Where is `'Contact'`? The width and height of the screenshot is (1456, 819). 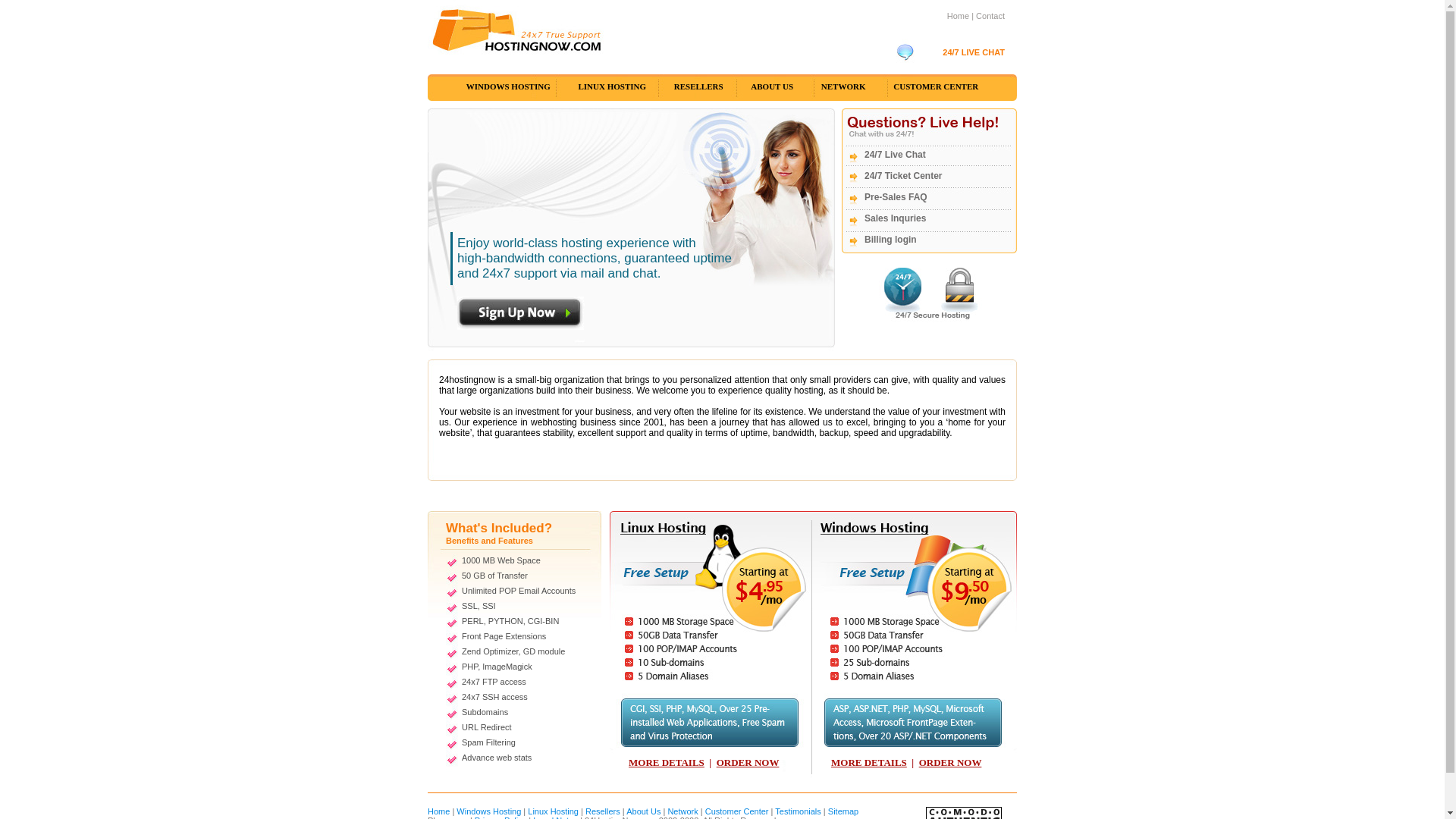
'Contact' is located at coordinates (990, 15).